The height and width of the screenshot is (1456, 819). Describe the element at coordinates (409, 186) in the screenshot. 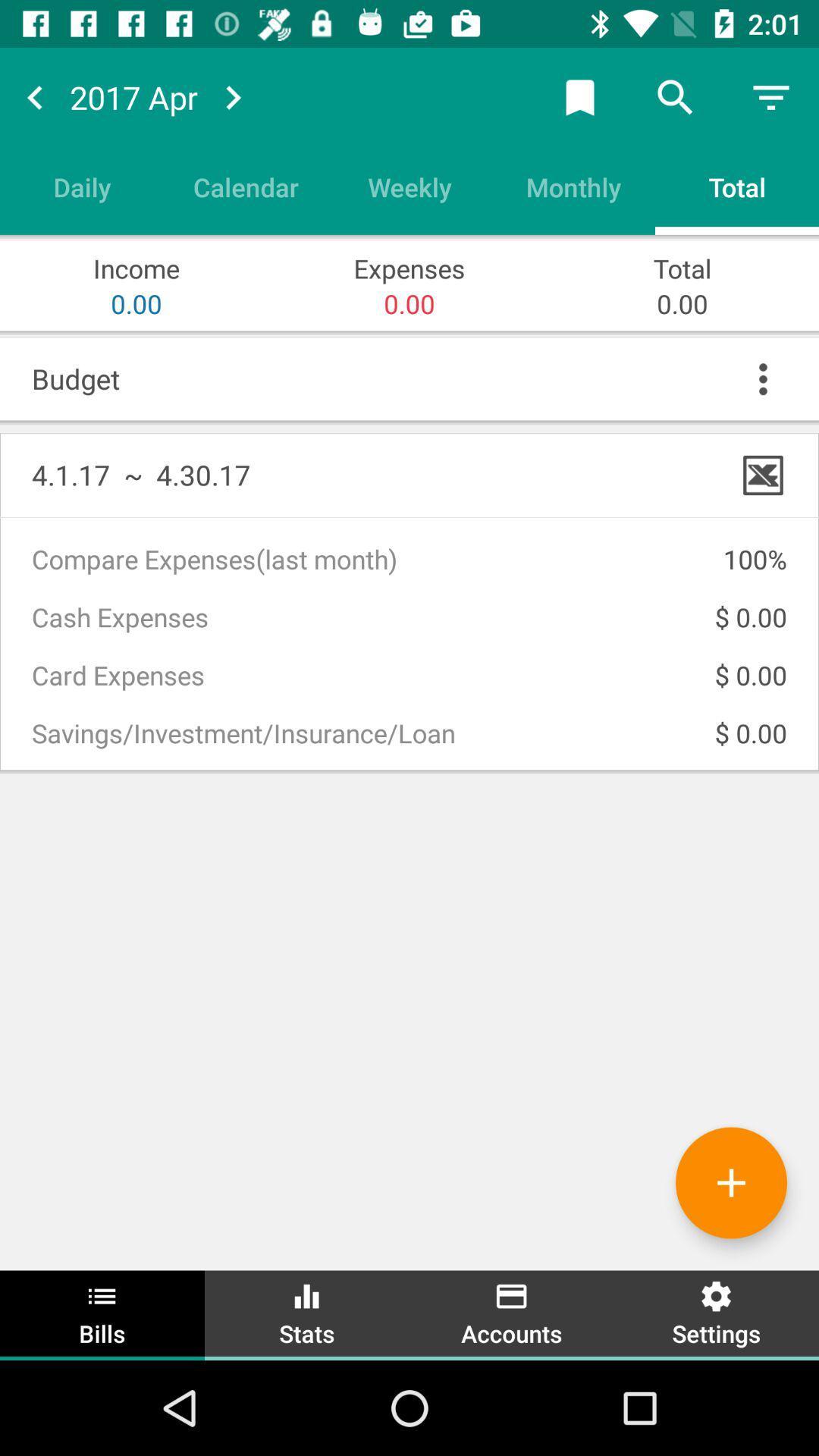

I see `icon to the left of the monthly item` at that location.